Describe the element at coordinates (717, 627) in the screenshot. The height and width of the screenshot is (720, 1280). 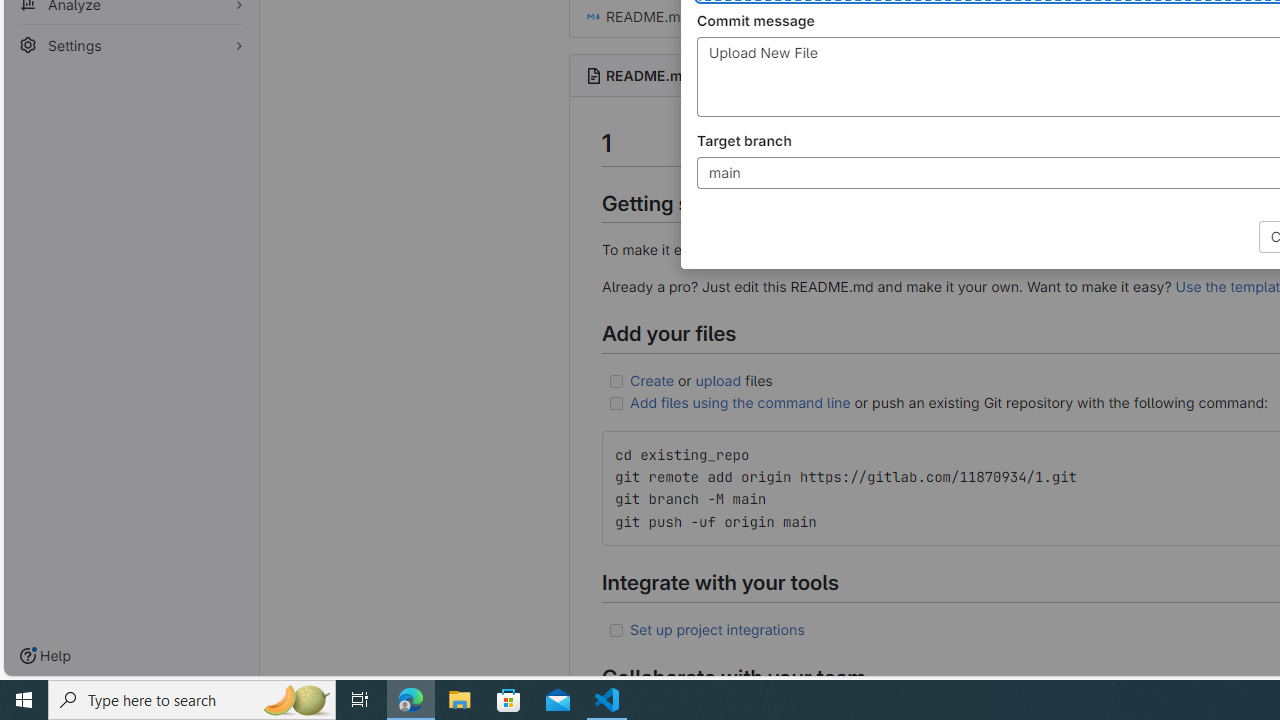
I see `'Set up project integrations'` at that location.